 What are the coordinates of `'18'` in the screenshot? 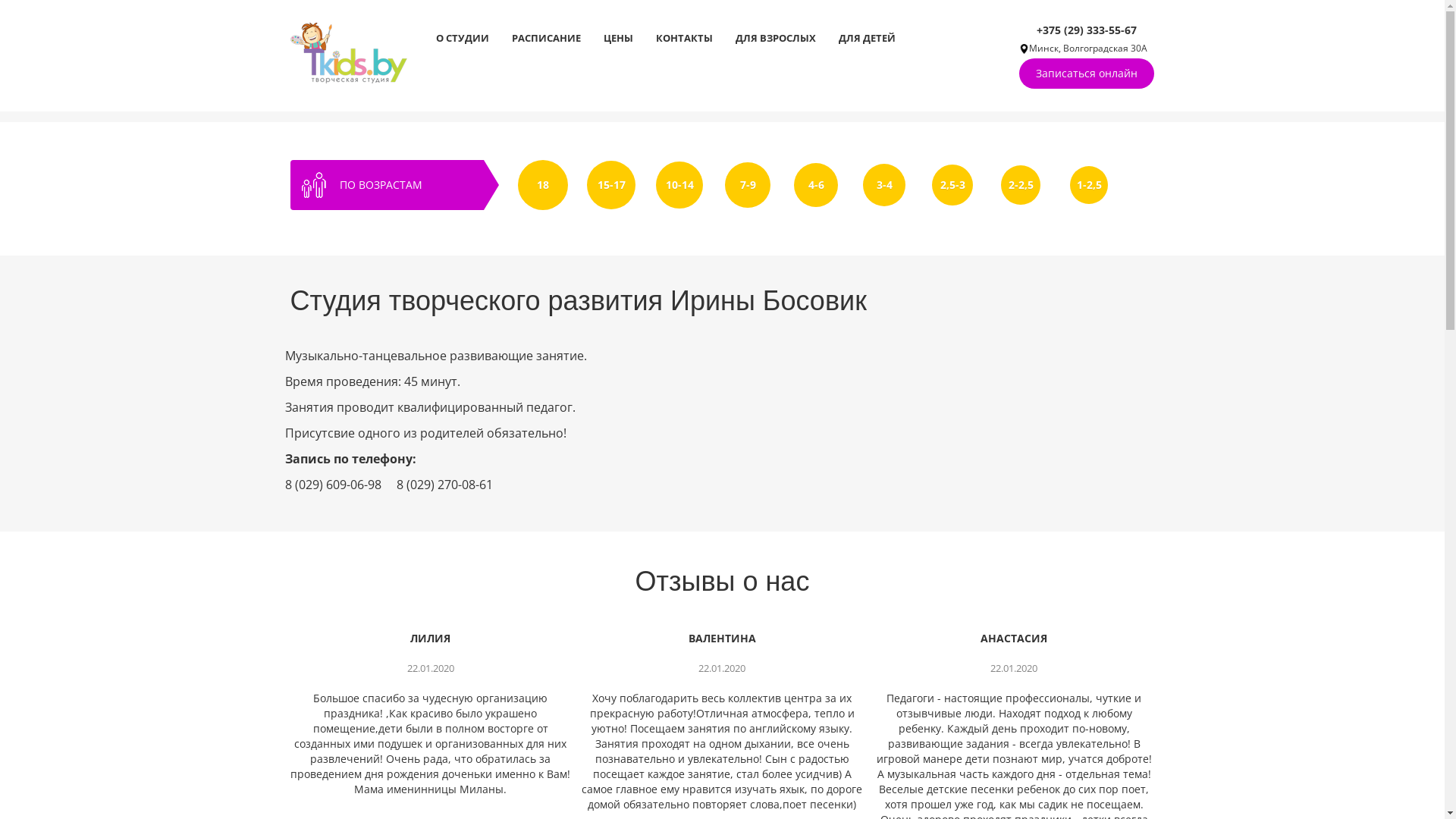 It's located at (517, 184).